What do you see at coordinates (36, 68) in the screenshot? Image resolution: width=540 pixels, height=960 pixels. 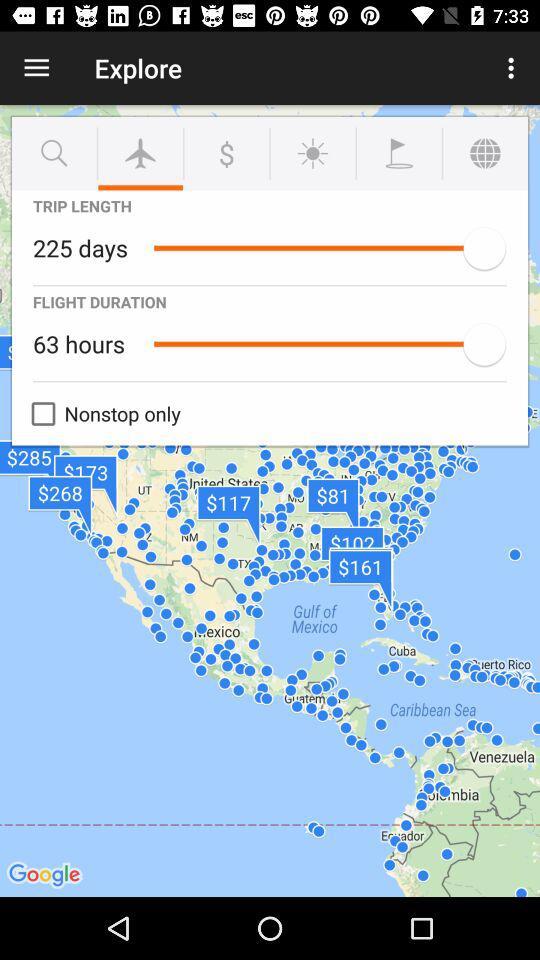 I see `icon next to the explore item` at bounding box center [36, 68].